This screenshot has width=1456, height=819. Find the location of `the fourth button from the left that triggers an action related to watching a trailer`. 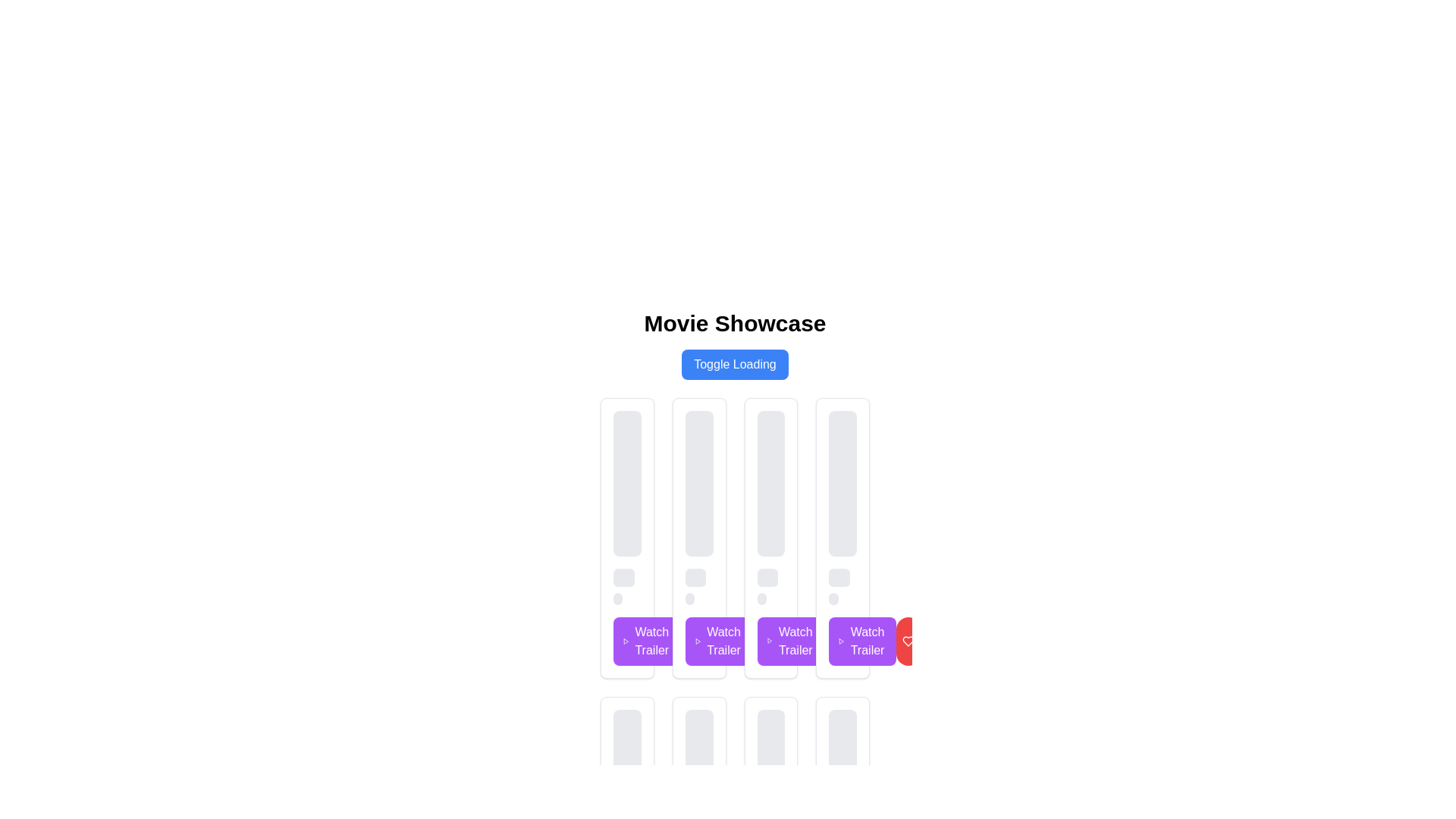

the fourth button from the left that triggers an action related to watching a trailer is located at coordinates (852, 641).